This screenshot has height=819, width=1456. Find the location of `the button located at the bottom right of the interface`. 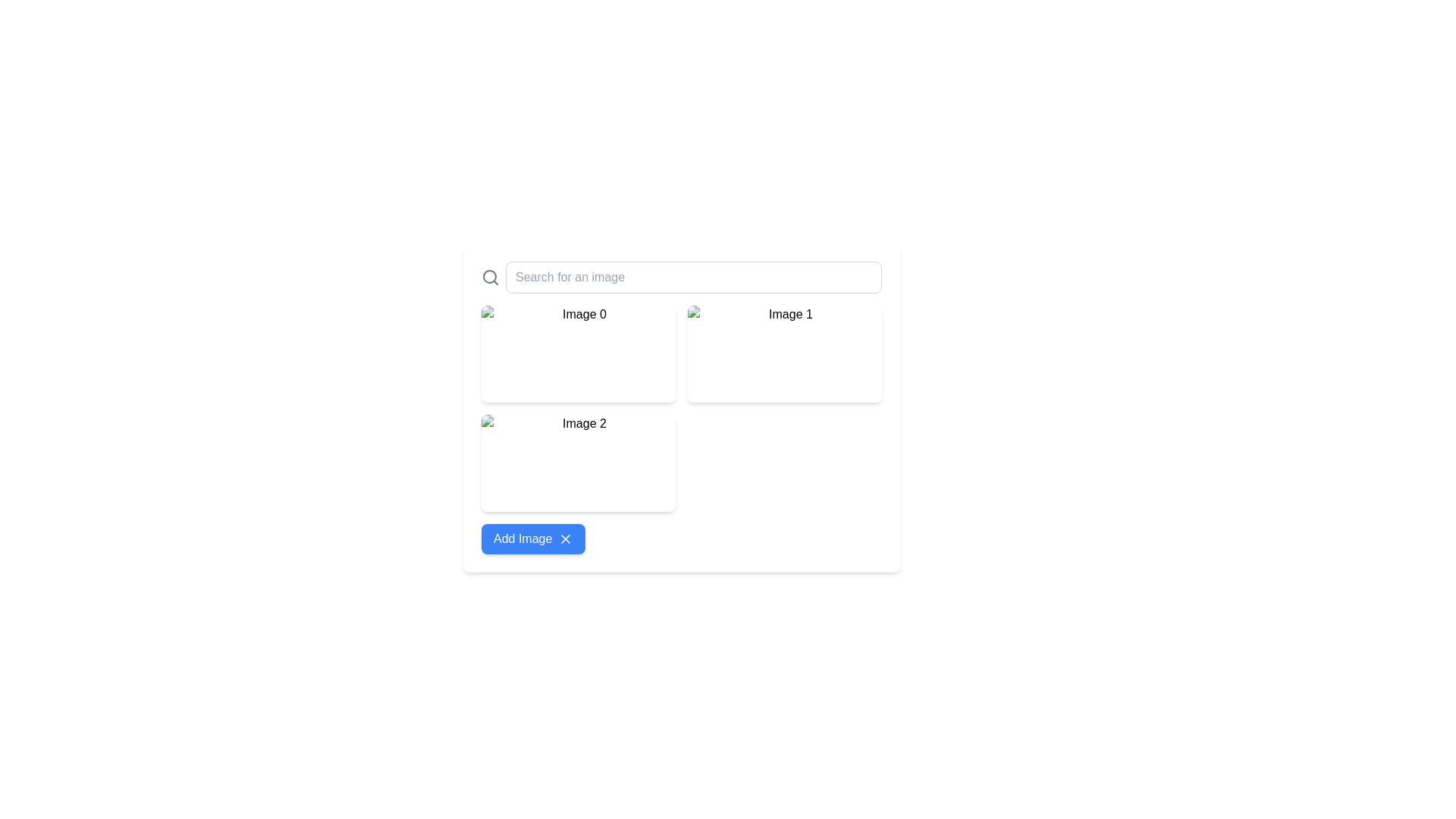

the button located at the bottom right of the interface is located at coordinates (533, 538).